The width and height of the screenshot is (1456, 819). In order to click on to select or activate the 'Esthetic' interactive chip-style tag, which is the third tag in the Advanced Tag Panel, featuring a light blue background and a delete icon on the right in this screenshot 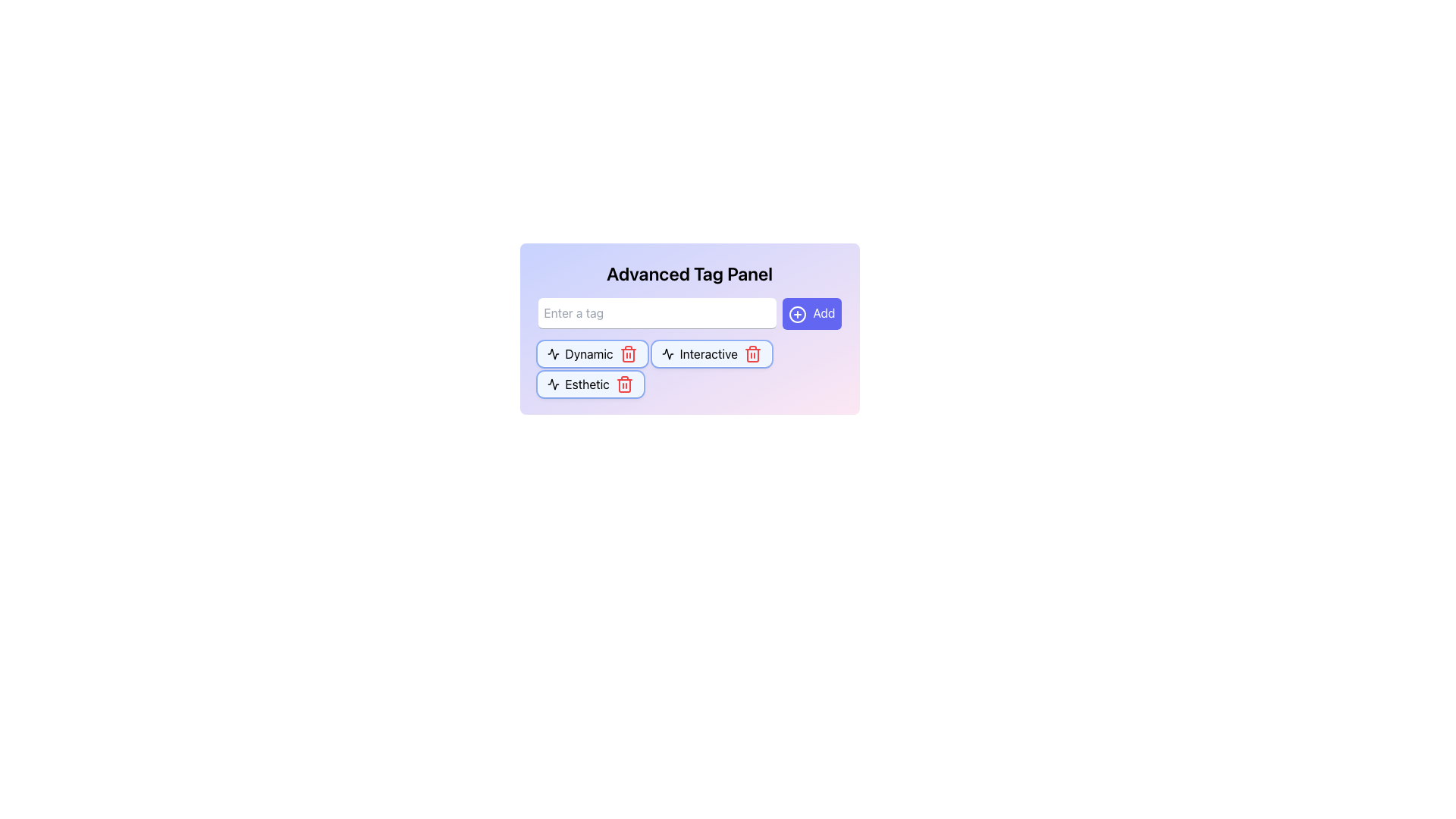, I will do `click(589, 383)`.